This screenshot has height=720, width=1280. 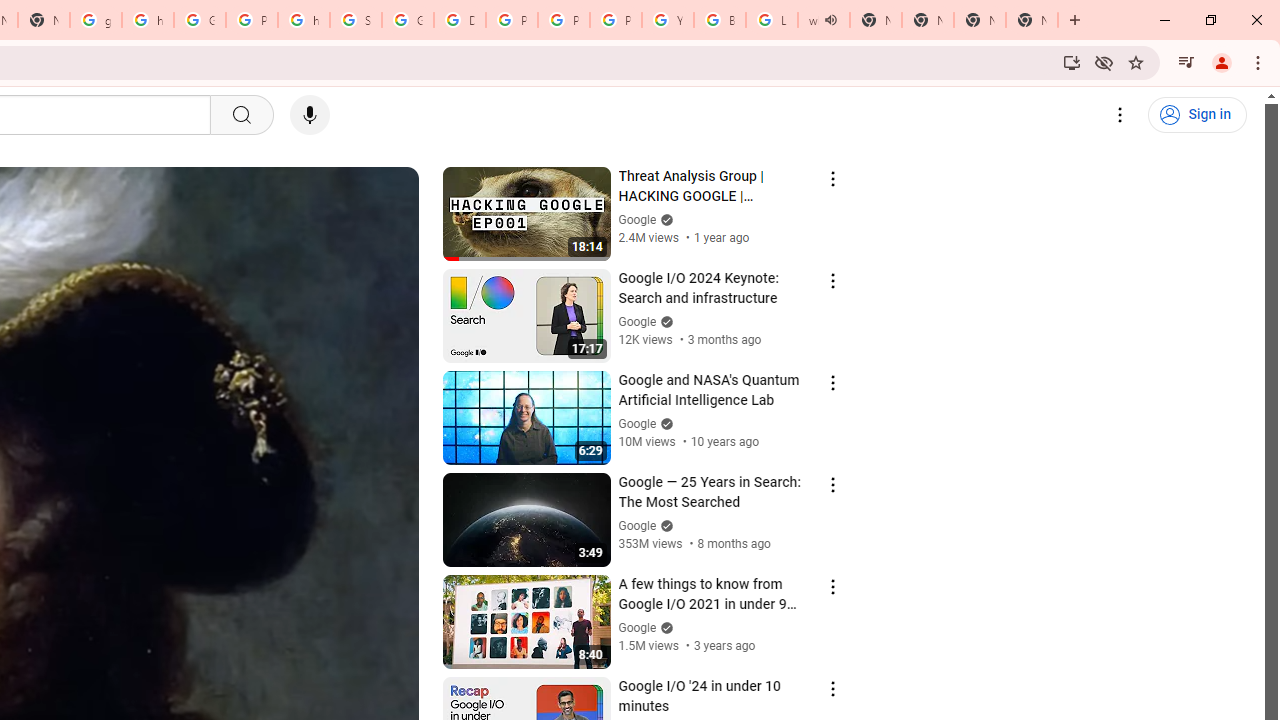 I want to click on 'Privacy Help Center - Policies Help', so click(x=512, y=20).